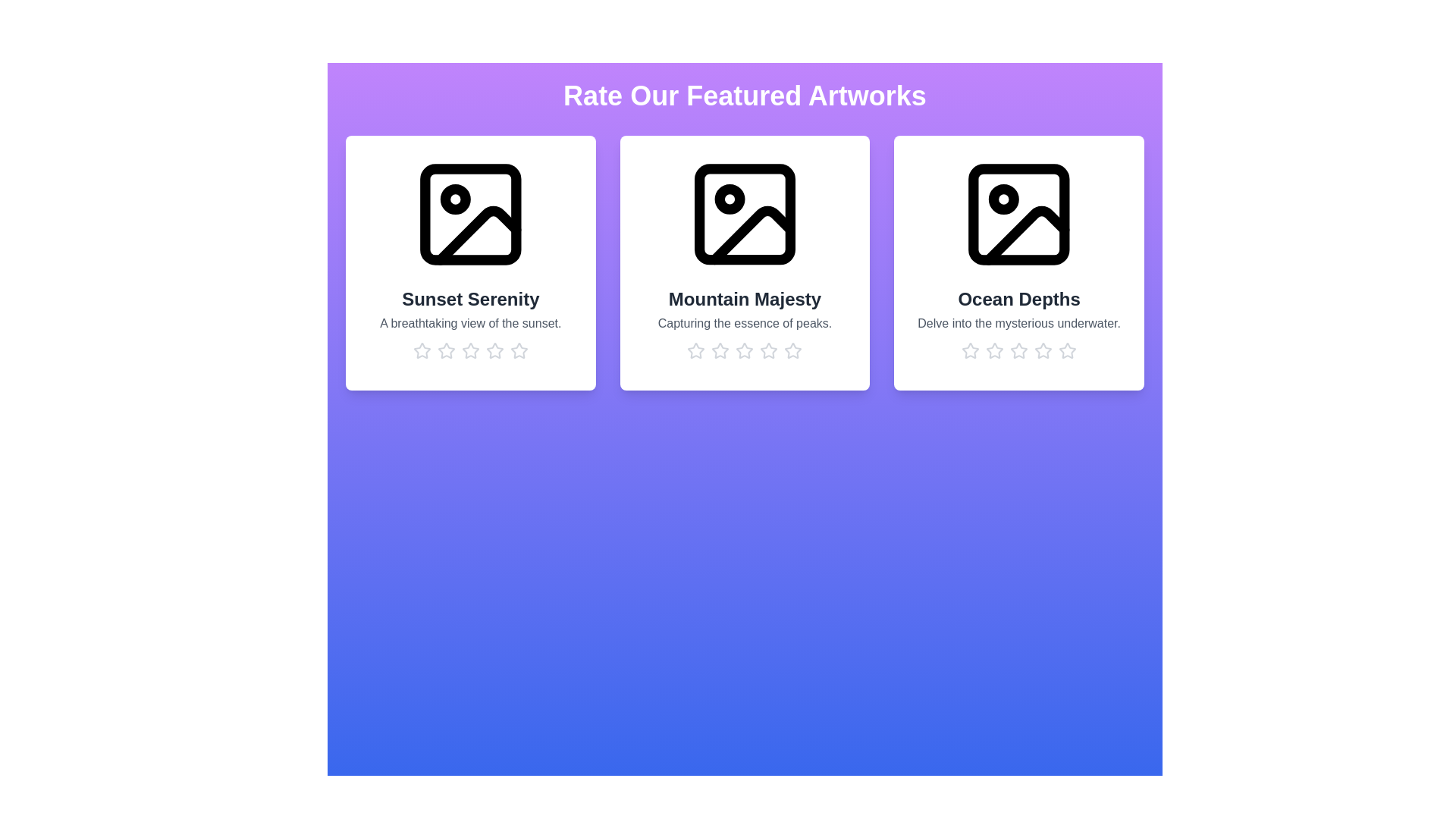  Describe the element at coordinates (720, 350) in the screenshot. I see `the rating for the artwork 'Mountain Majesty' to 2 stars` at that location.